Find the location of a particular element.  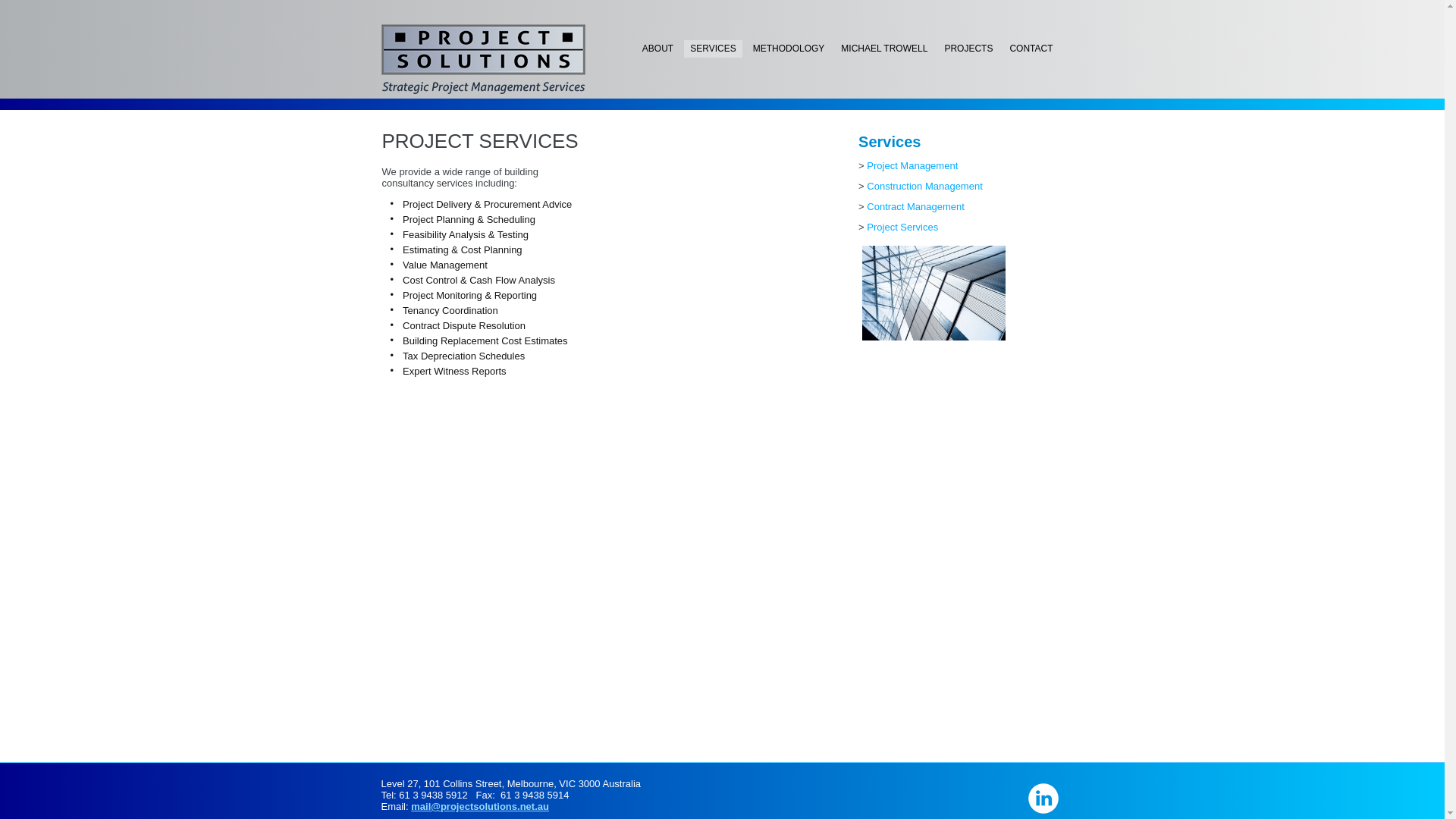

'Project Services' is located at coordinates (902, 227).